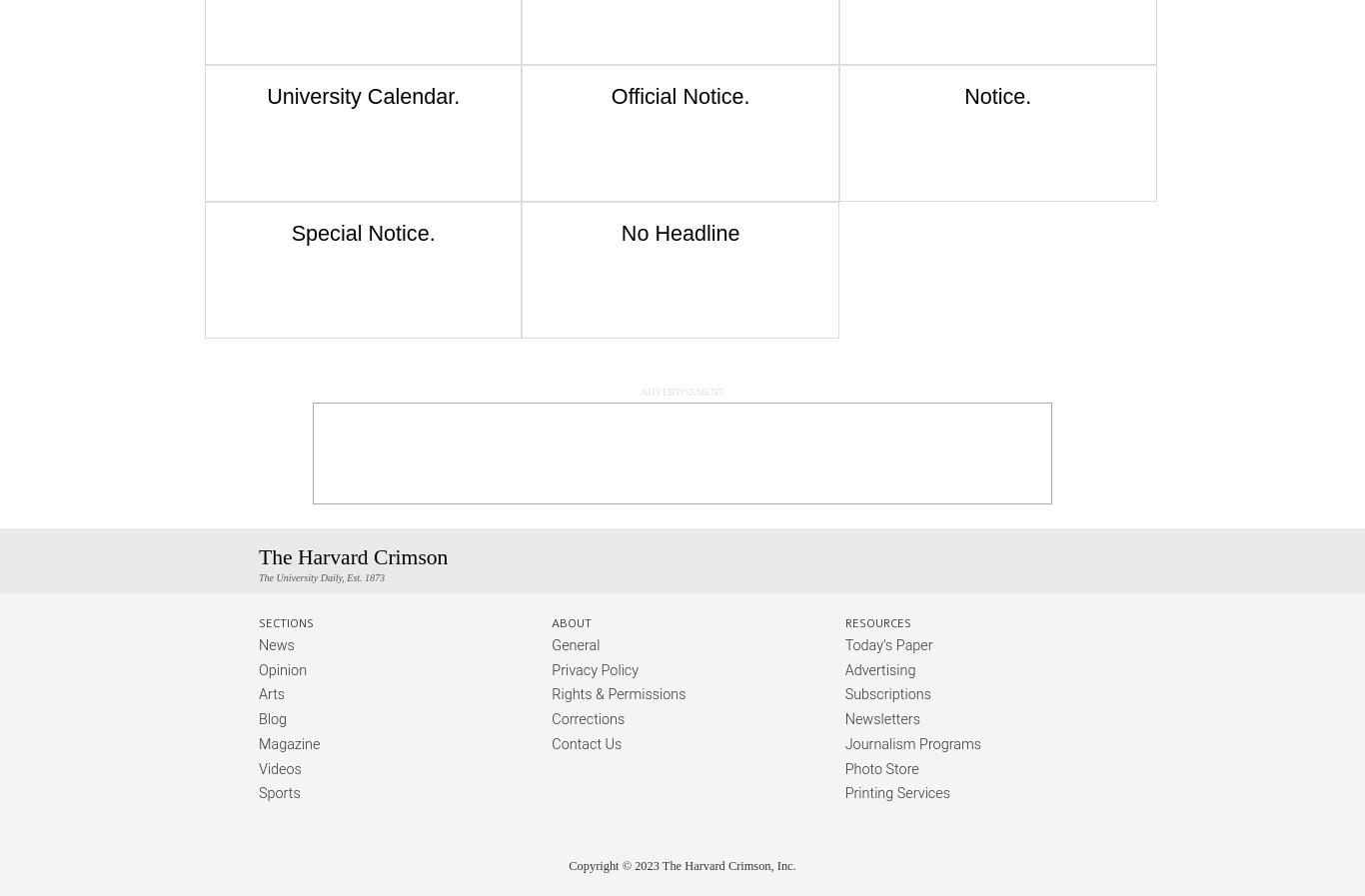 Image resolution: width=1365 pixels, height=896 pixels. Describe the element at coordinates (552, 644) in the screenshot. I see `'General'` at that location.